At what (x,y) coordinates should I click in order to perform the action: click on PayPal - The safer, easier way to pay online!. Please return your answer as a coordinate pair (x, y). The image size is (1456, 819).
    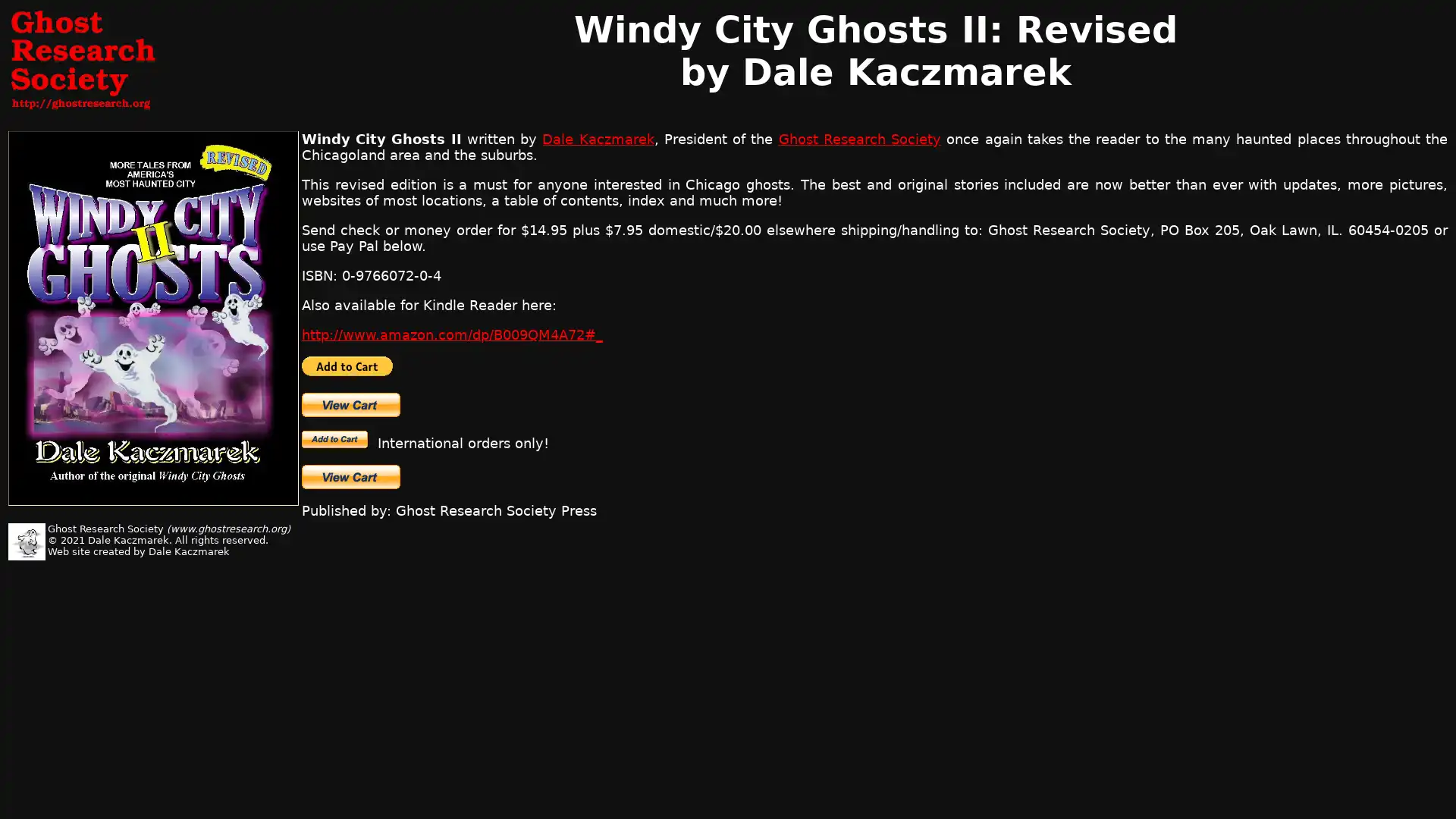
    Looking at the image, I should click on (346, 366).